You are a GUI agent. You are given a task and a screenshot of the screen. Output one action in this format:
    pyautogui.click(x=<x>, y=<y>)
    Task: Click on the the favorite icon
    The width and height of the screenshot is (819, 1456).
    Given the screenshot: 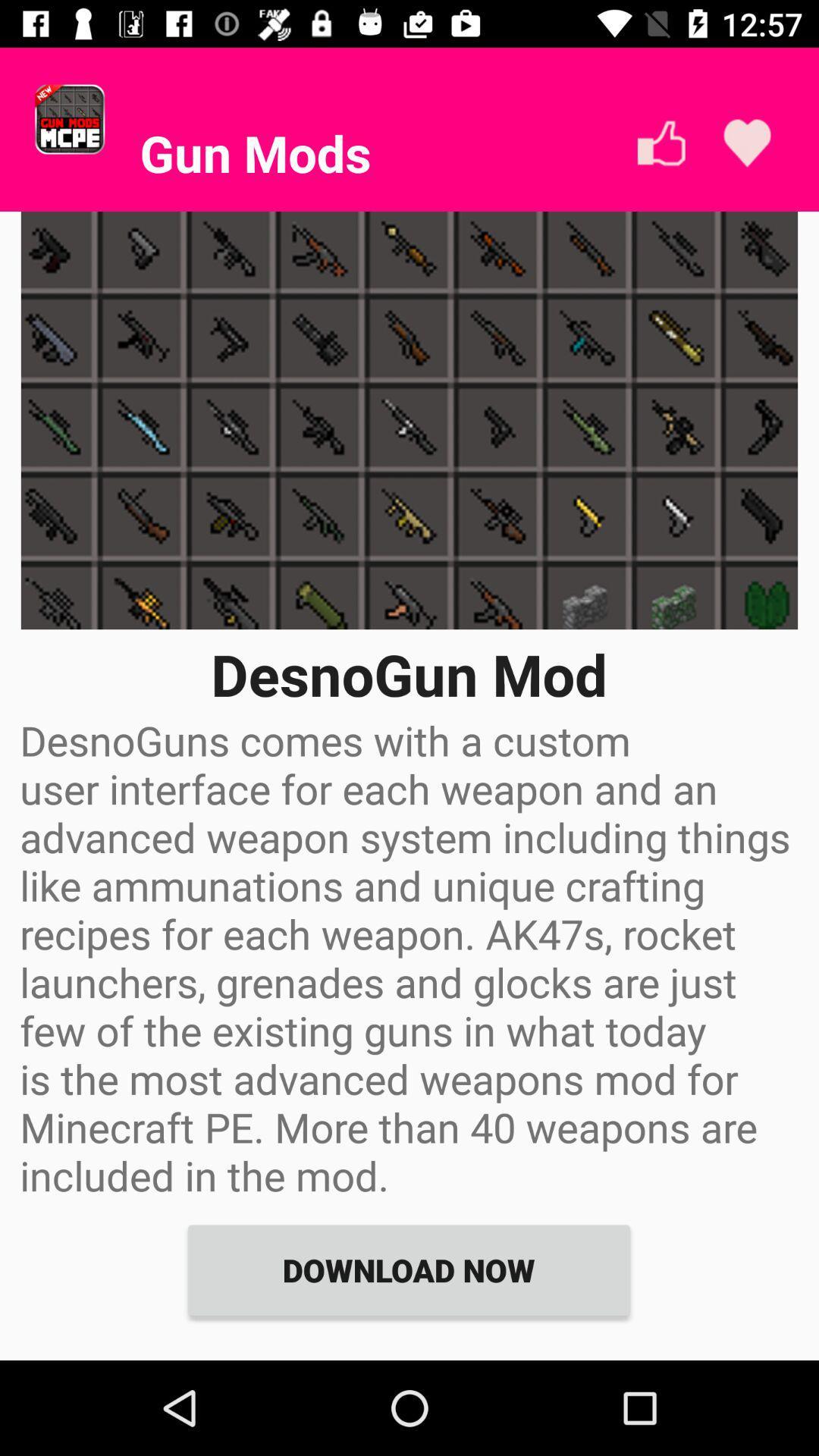 What is the action you would take?
    pyautogui.click(x=746, y=143)
    